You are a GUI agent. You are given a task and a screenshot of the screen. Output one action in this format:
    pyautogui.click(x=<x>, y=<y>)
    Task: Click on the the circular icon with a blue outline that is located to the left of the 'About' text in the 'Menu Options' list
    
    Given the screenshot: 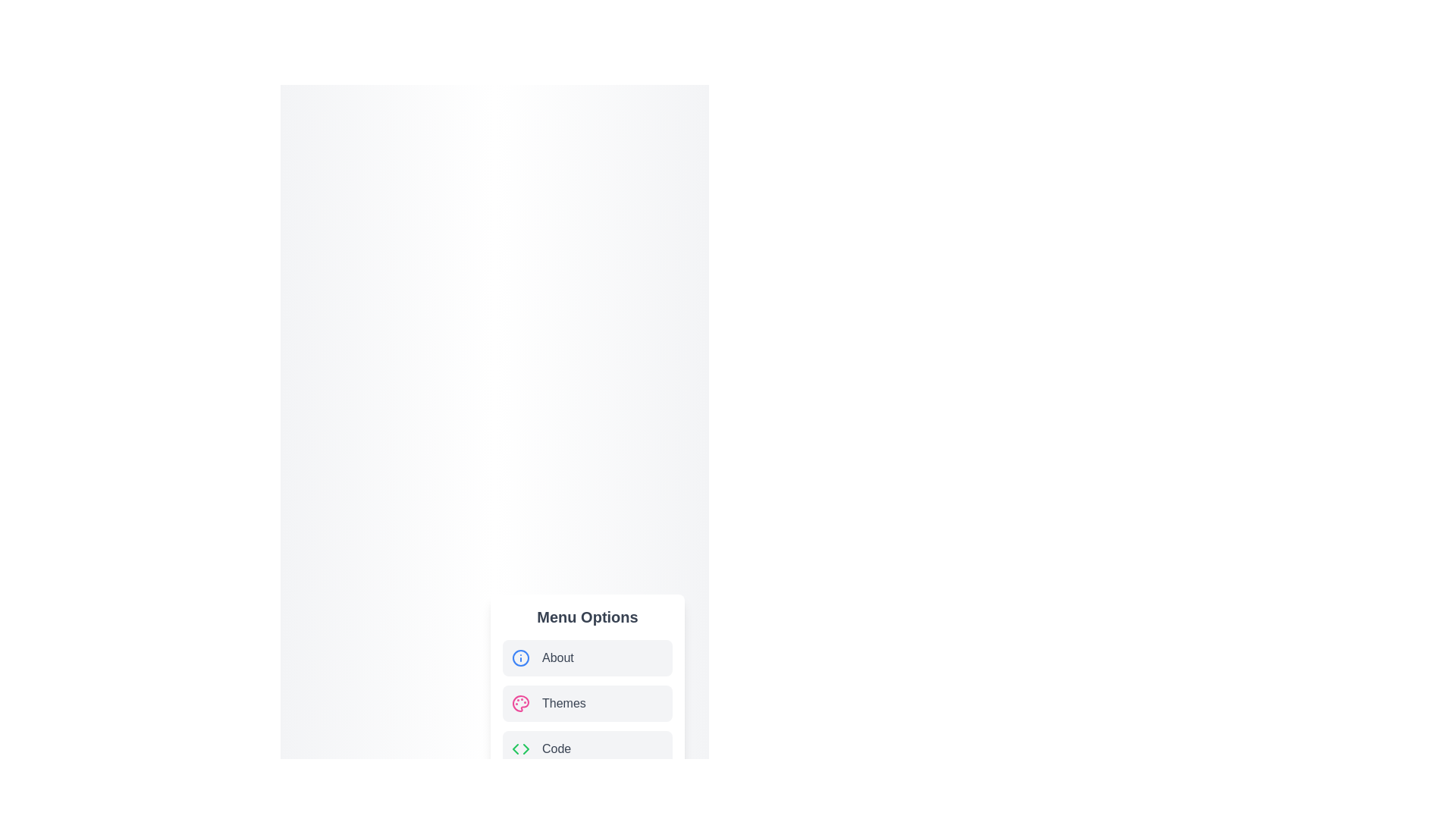 What is the action you would take?
    pyautogui.click(x=520, y=657)
    